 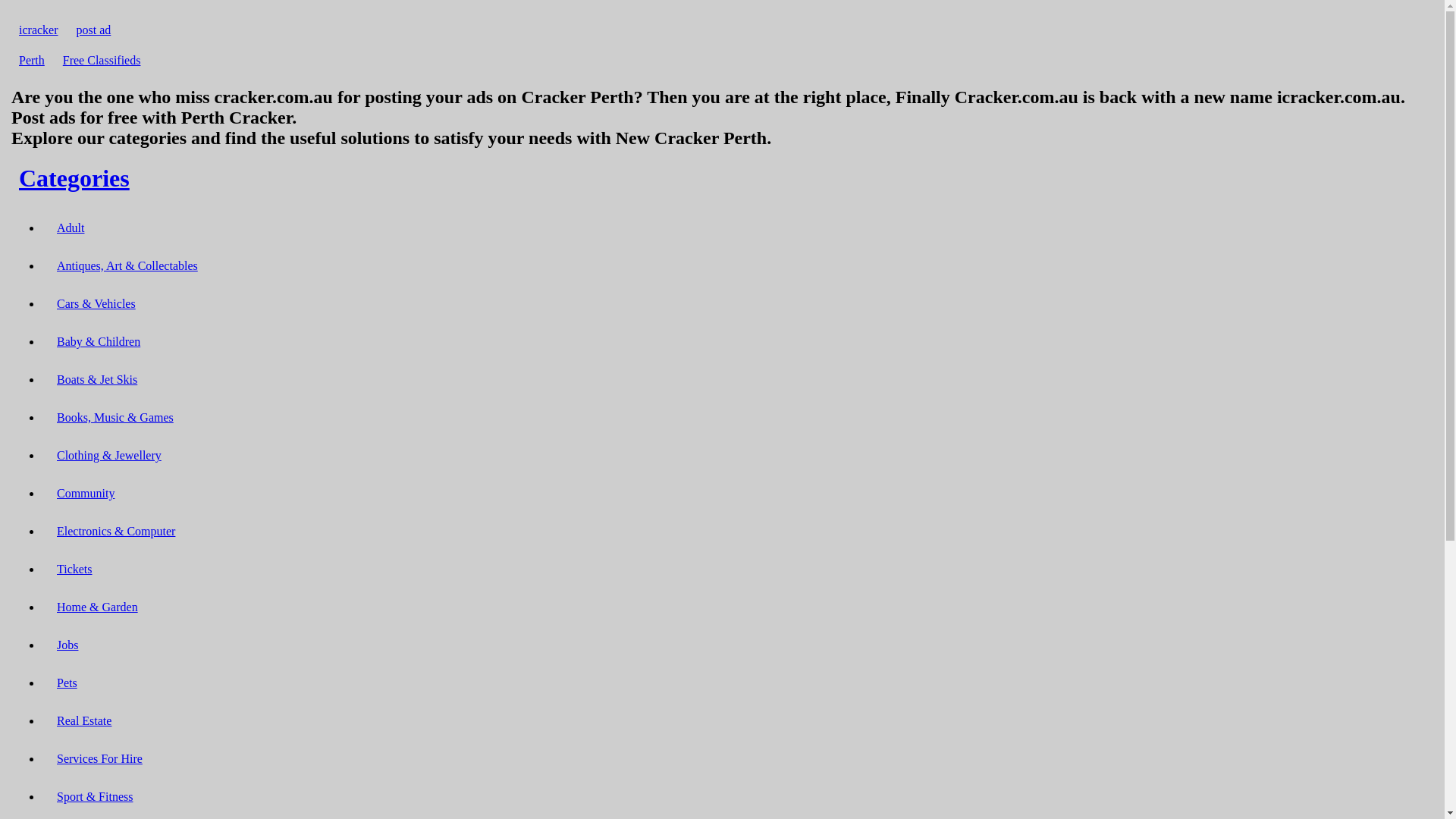 What do you see at coordinates (85, 493) in the screenshot?
I see `'Community'` at bounding box center [85, 493].